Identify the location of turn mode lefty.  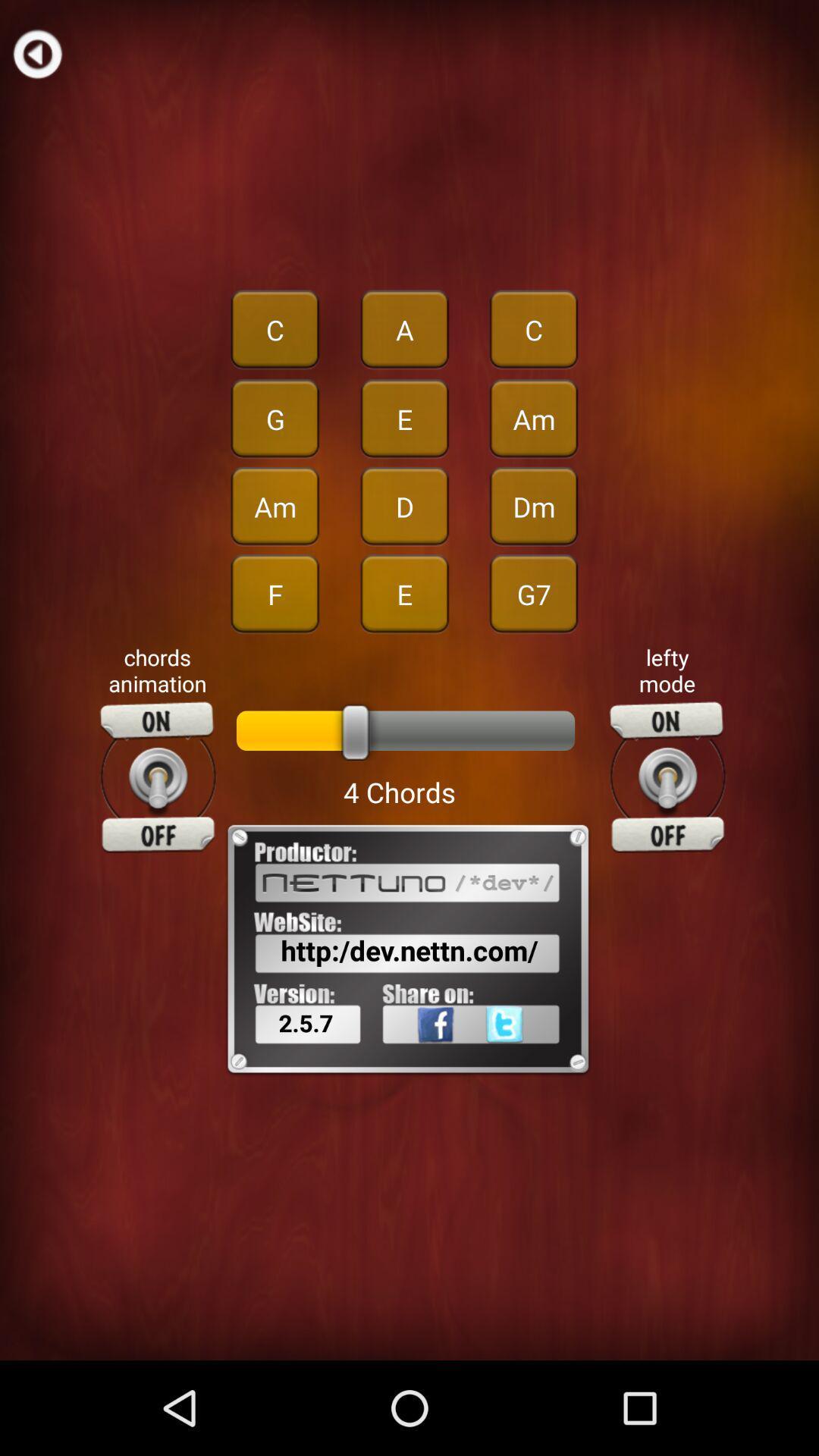
(667, 777).